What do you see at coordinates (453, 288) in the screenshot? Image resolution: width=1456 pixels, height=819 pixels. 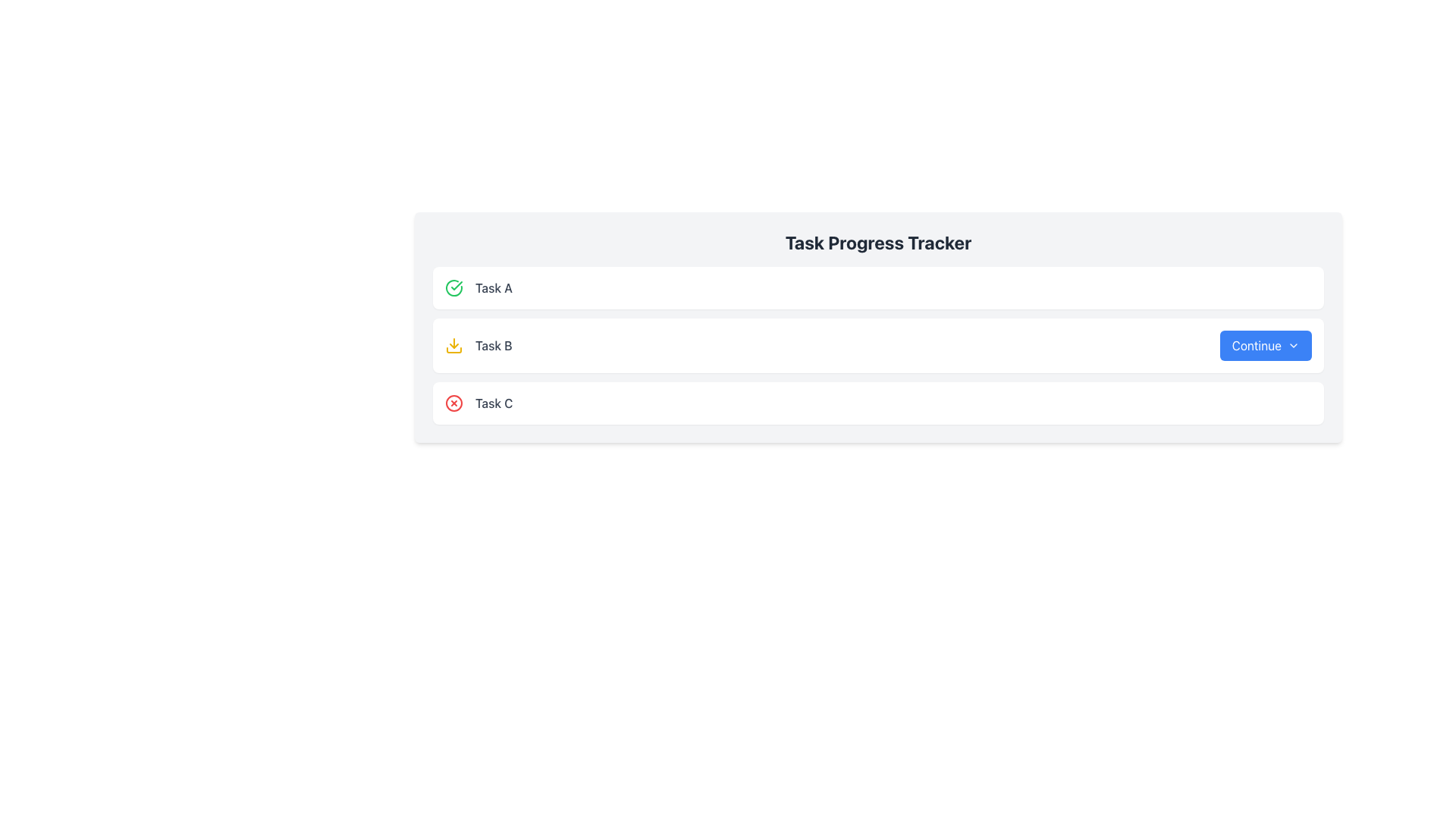 I see `the completion status icon for 'Task A'` at bounding box center [453, 288].